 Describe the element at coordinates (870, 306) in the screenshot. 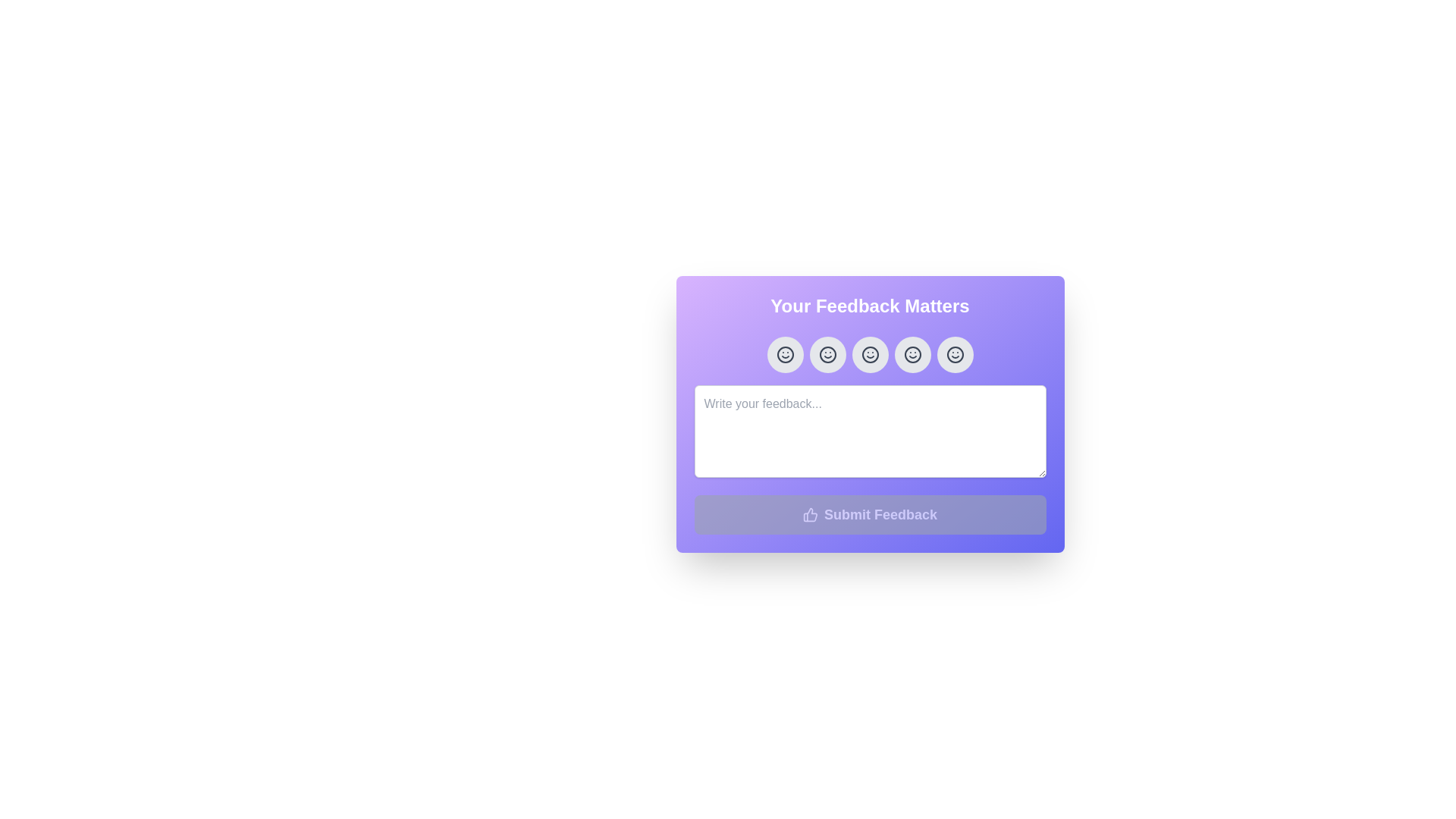

I see `the bold, centered title 'Your Feedback Matters' at the top of the feedback card` at that location.